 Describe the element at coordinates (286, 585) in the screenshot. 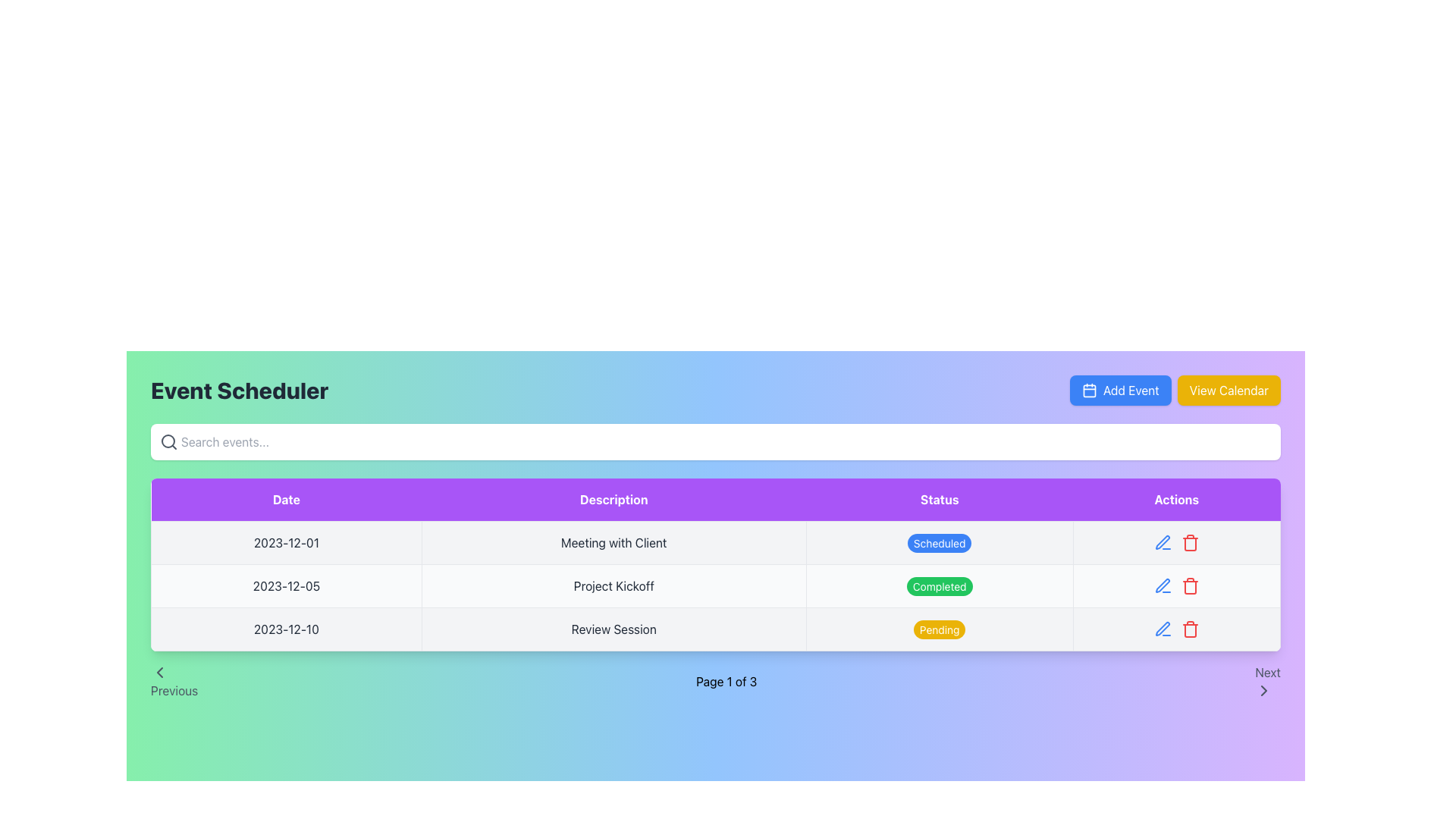

I see `the Text label that displays the date of a specific event in the schedule, located in the second row under the 'Date' column` at that location.